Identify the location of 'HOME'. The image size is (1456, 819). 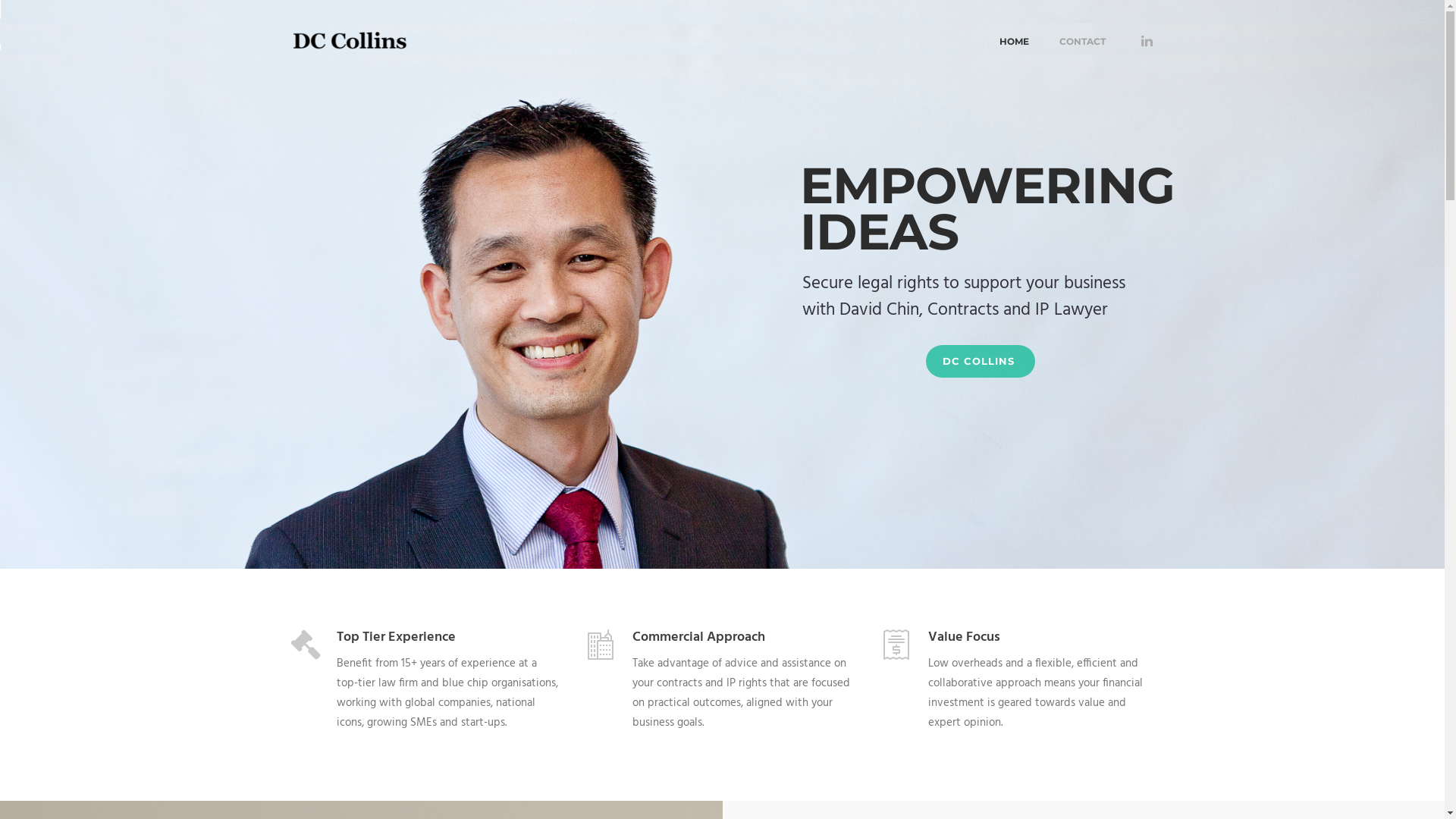
(1014, 39).